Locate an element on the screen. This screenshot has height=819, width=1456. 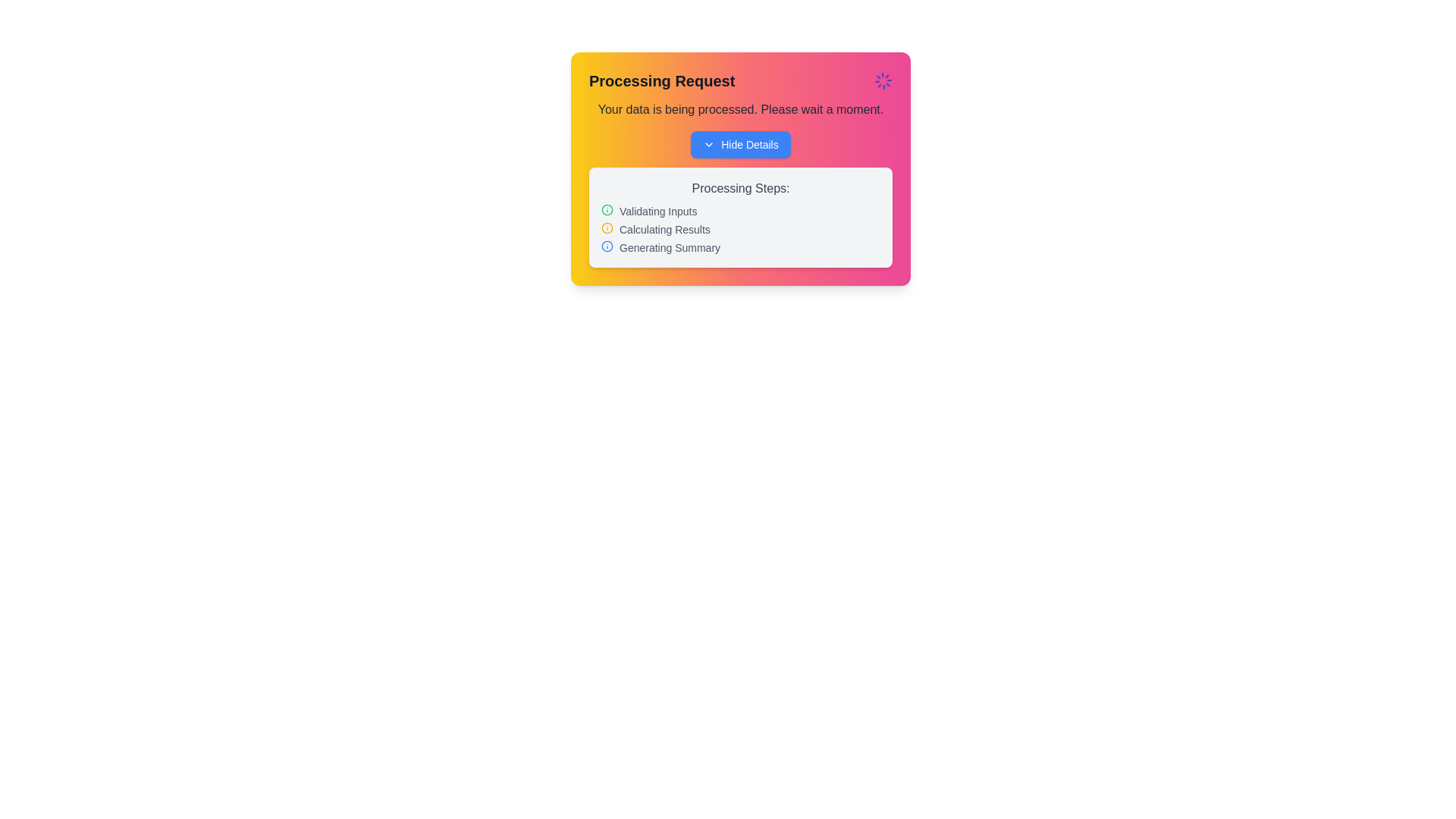
the informational icon located to the left of the text 'Calculating Results' is located at coordinates (607, 227).